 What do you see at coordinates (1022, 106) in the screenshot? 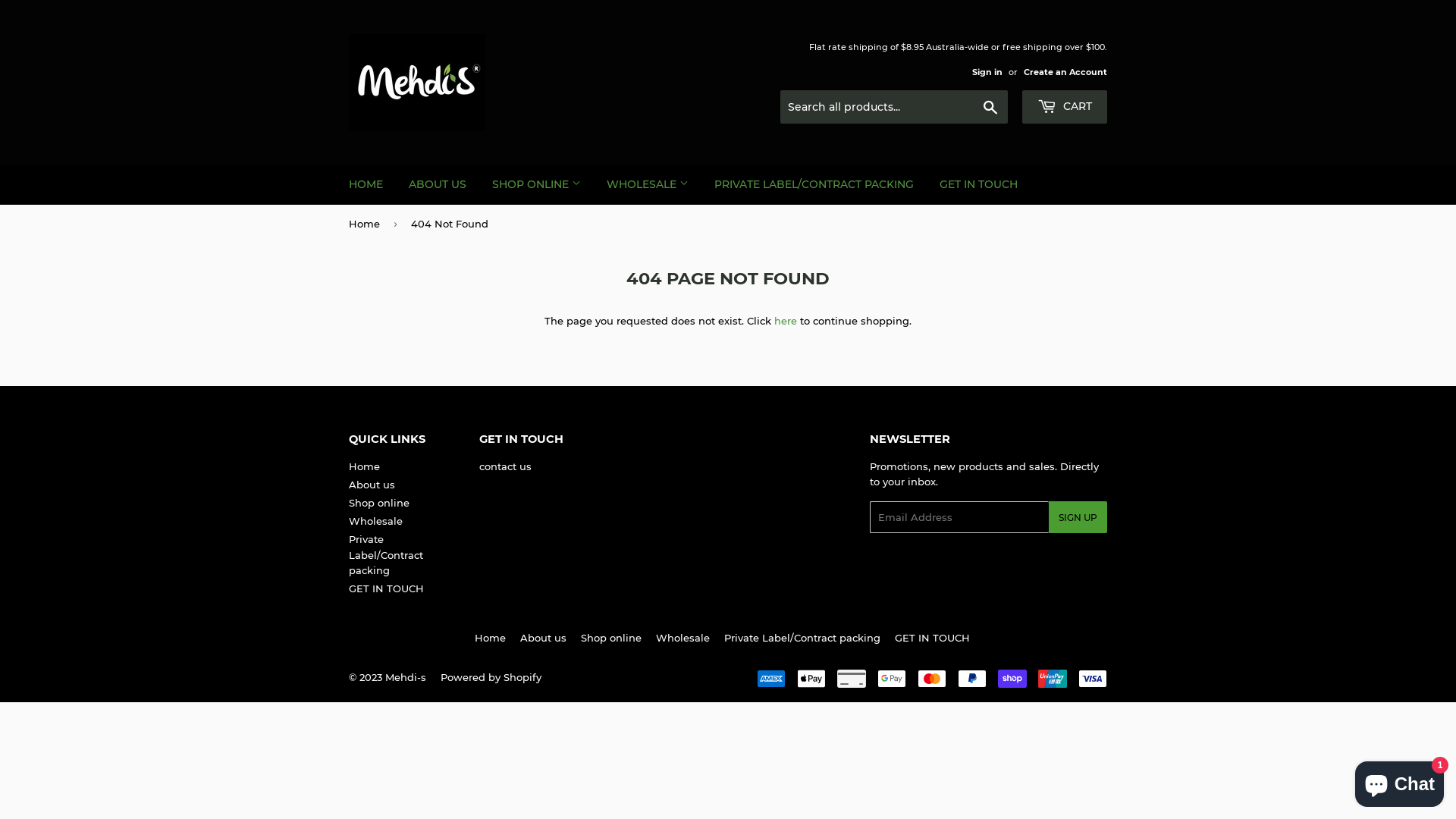
I see `'CART'` at bounding box center [1022, 106].